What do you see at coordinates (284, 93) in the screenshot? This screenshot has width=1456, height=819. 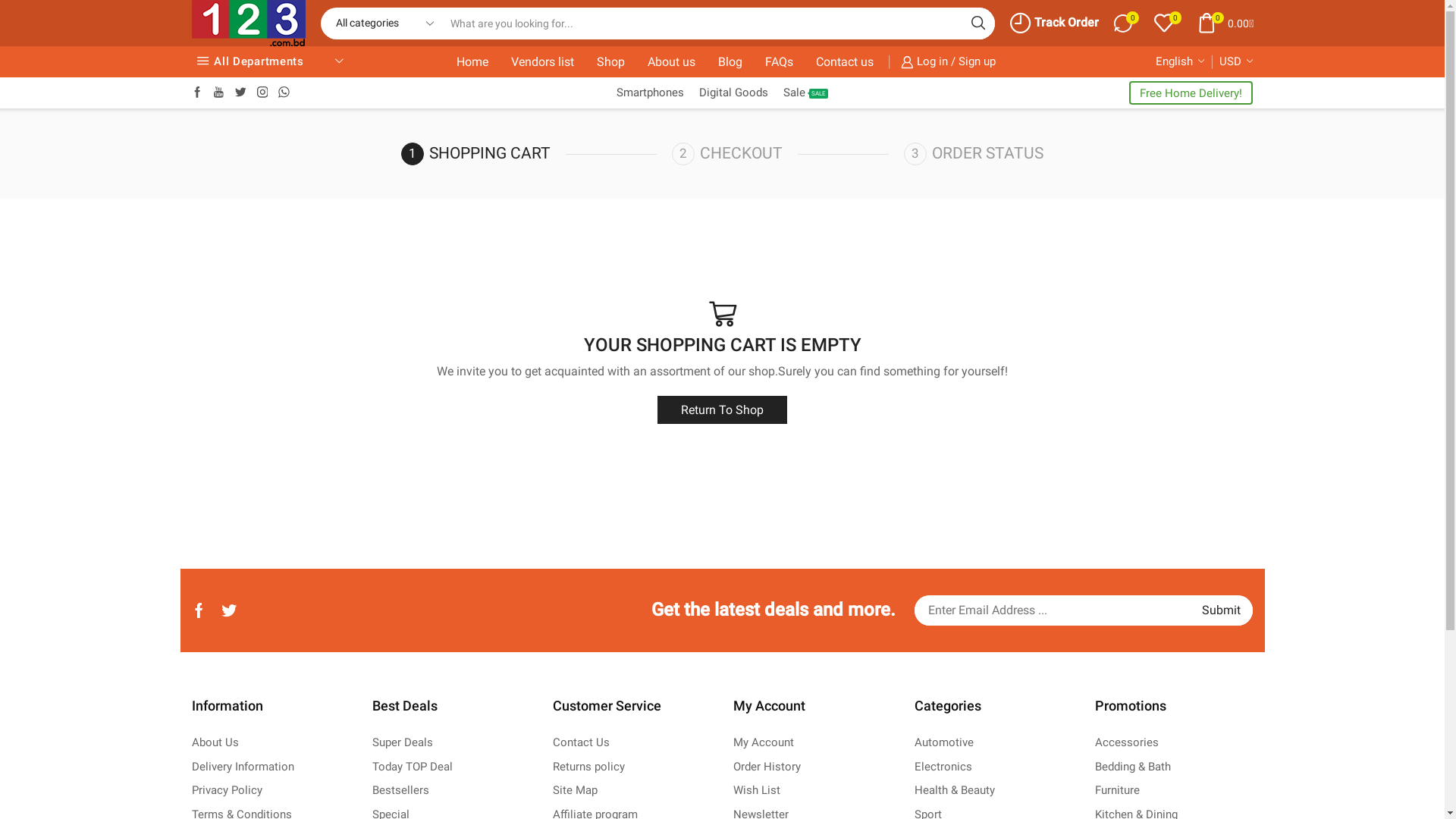 I see `'Whatssap'` at bounding box center [284, 93].